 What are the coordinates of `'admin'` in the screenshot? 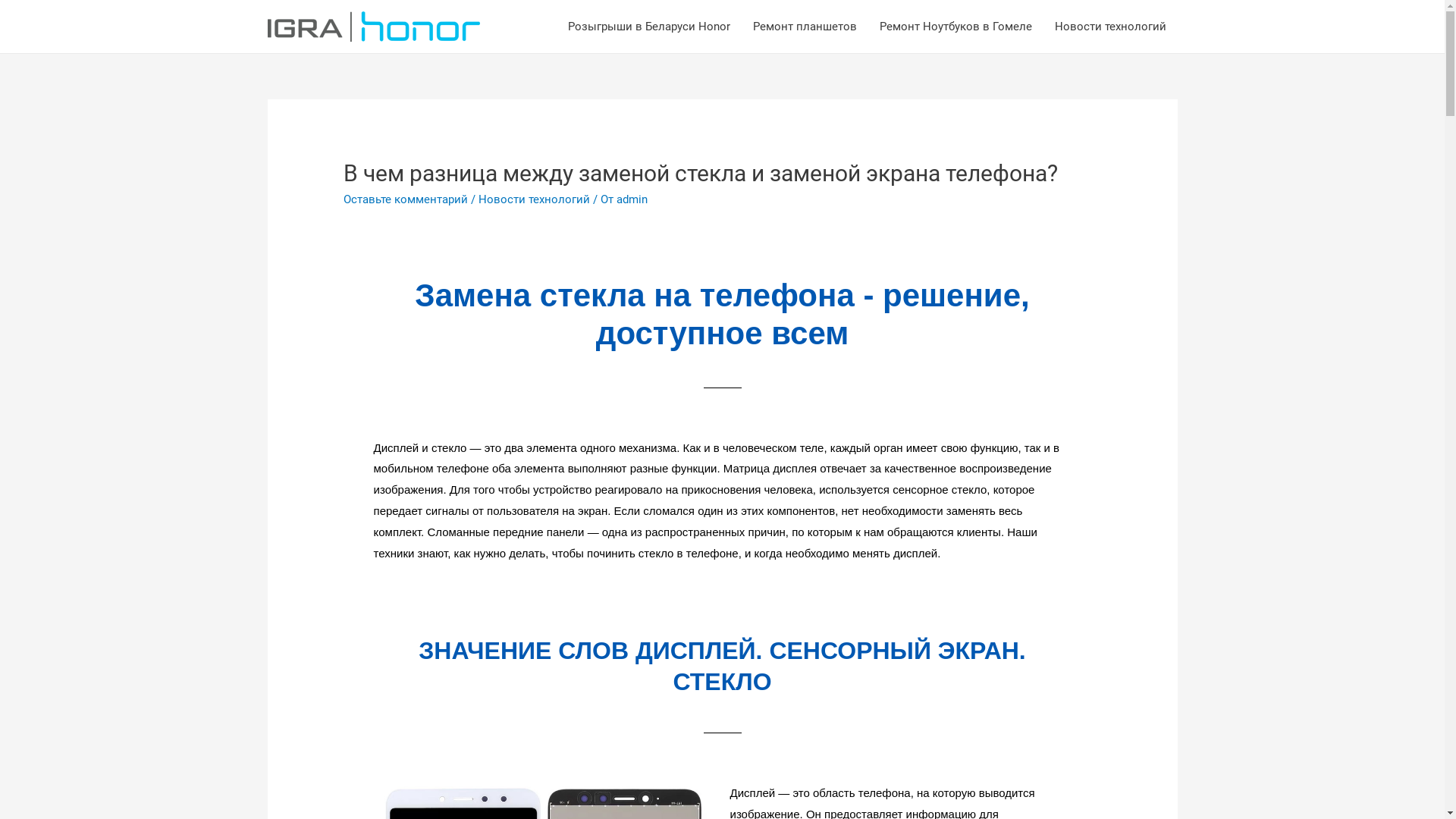 It's located at (632, 198).